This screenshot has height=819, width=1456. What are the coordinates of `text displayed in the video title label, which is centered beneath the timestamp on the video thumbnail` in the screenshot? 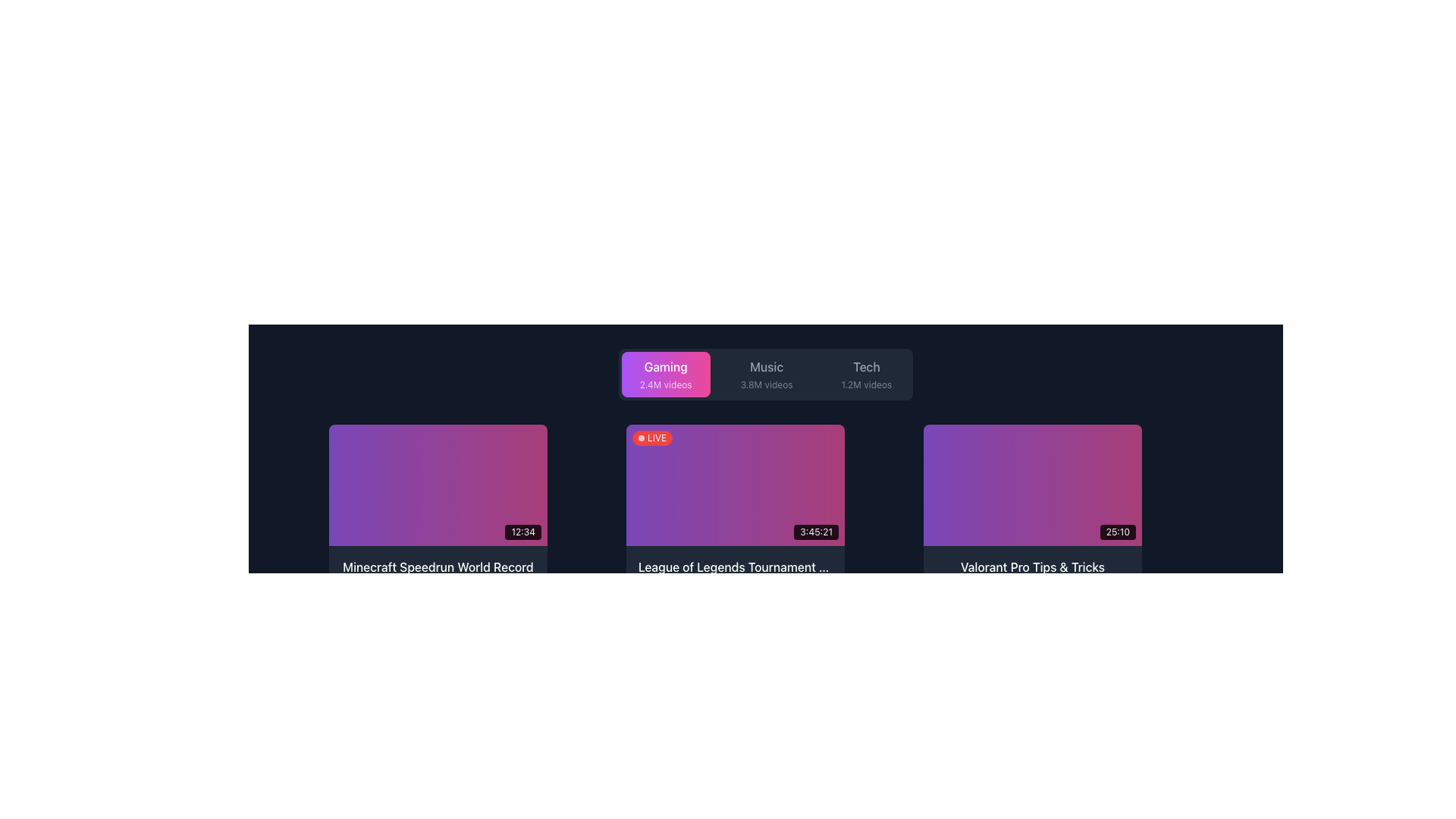 It's located at (437, 578).